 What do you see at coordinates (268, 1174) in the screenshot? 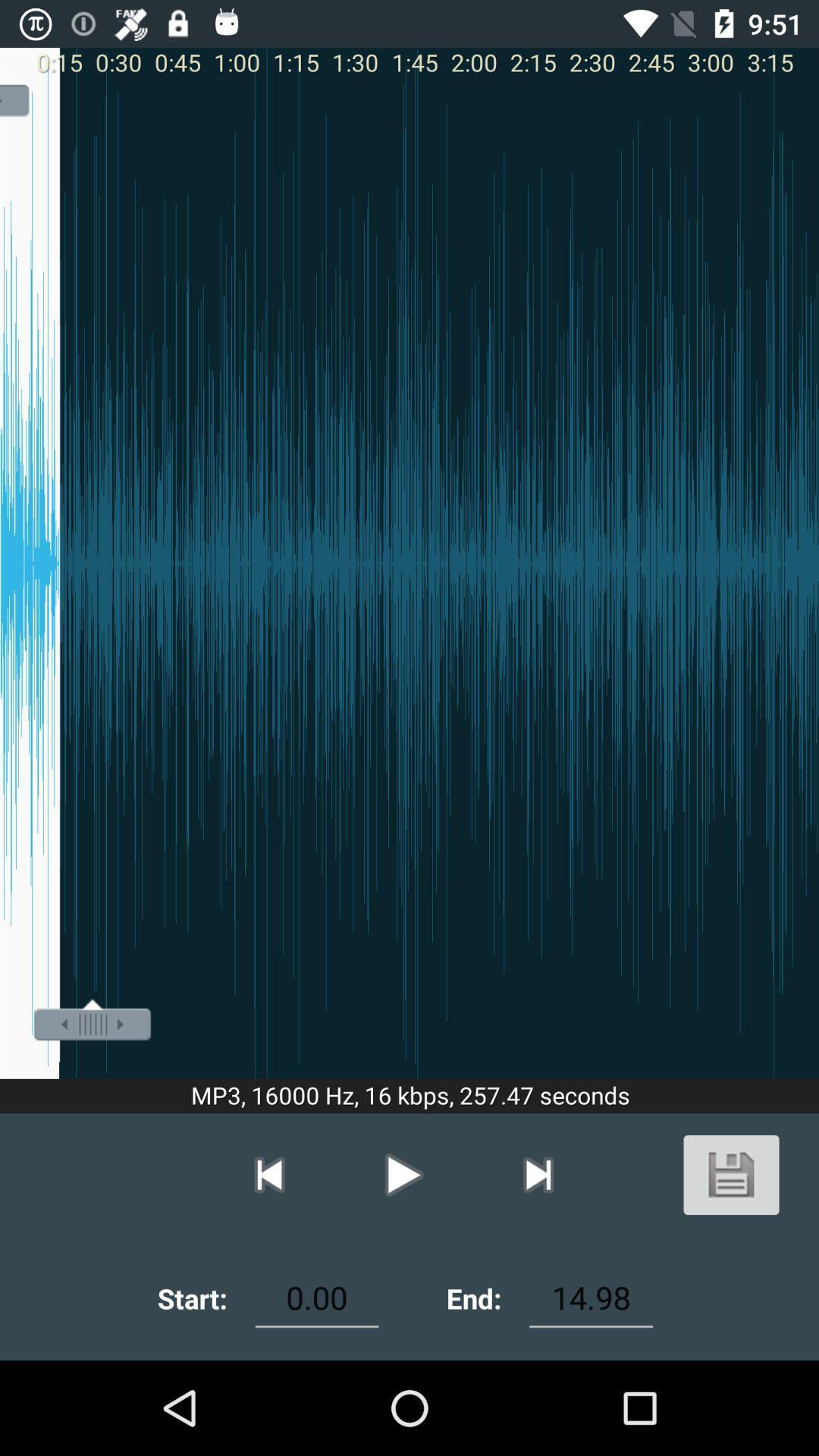
I see `previous button which is above start` at bounding box center [268, 1174].